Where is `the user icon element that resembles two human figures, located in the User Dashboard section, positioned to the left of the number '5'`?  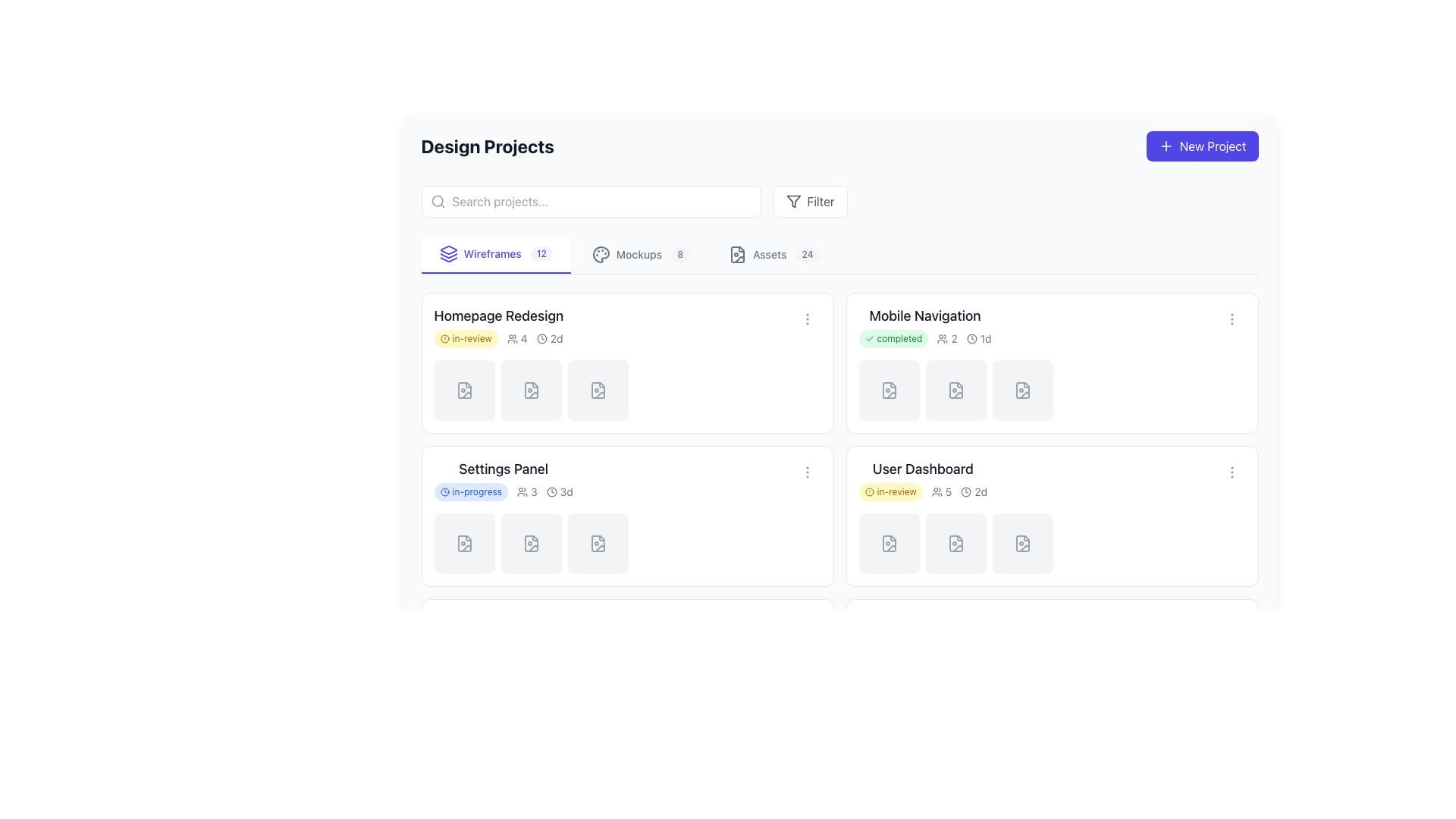 the user icon element that resembles two human figures, located in the User Dashboard section, positioned to the left of the number '5' is located at coordinates (936, 491).